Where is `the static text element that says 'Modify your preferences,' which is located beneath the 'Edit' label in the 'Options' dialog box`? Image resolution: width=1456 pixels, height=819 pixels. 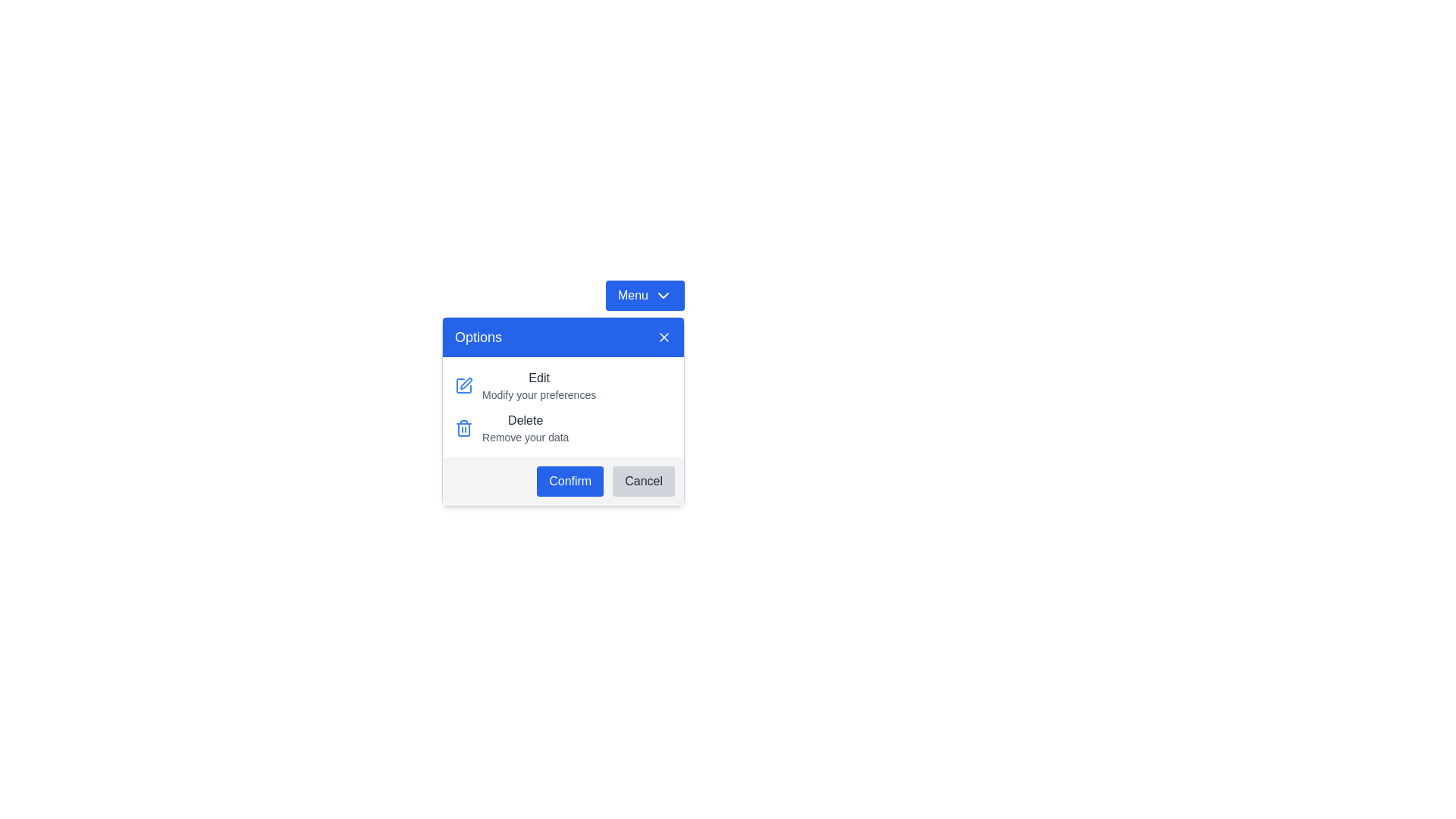
the static text element that says 'Modify your preferences,' which is located beneath the 'Edit' label in the 'Options' dialog box is located at coordinates (539, 394).